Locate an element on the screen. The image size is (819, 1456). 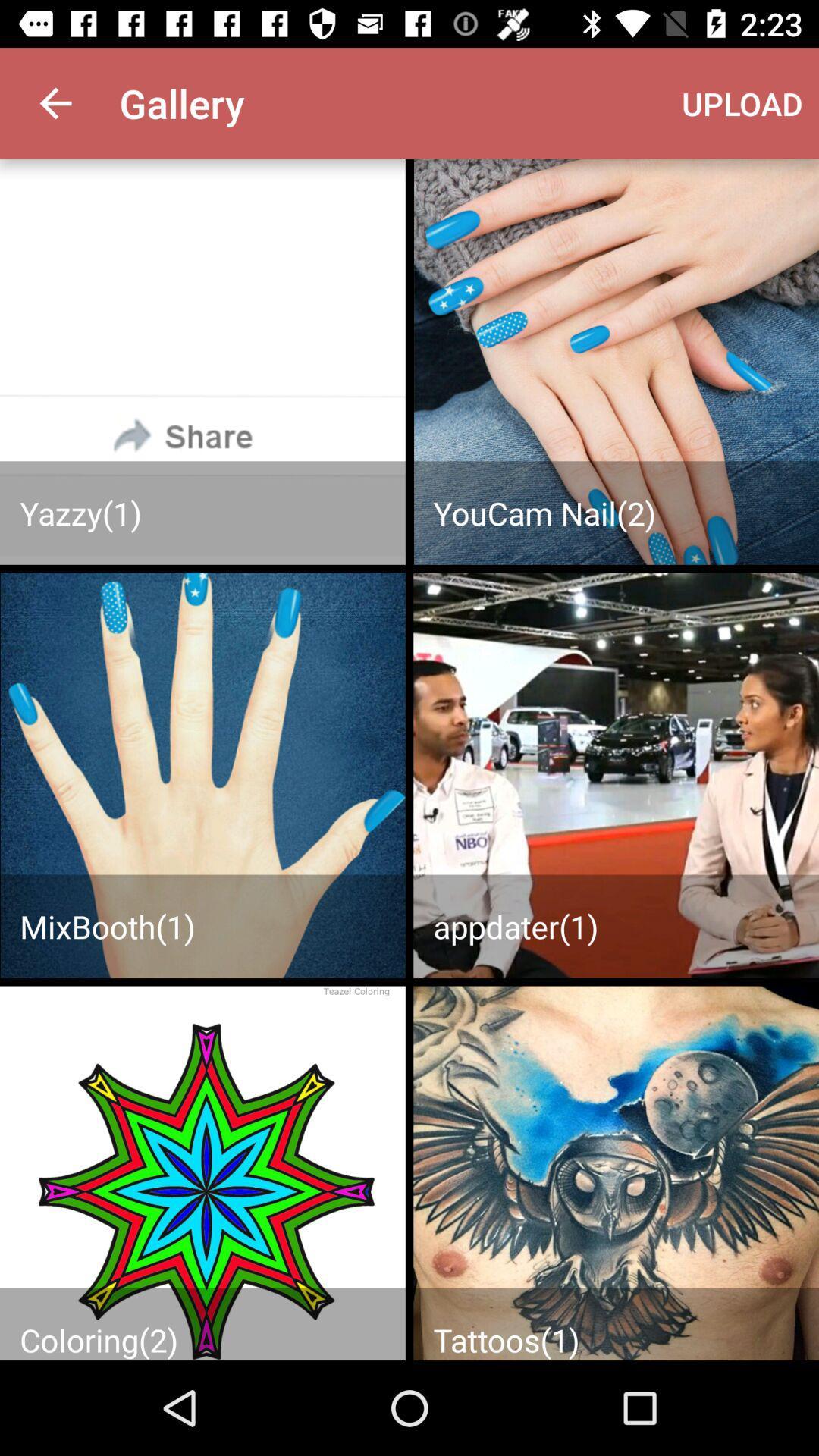
album is located at coordinates (202, 1172).